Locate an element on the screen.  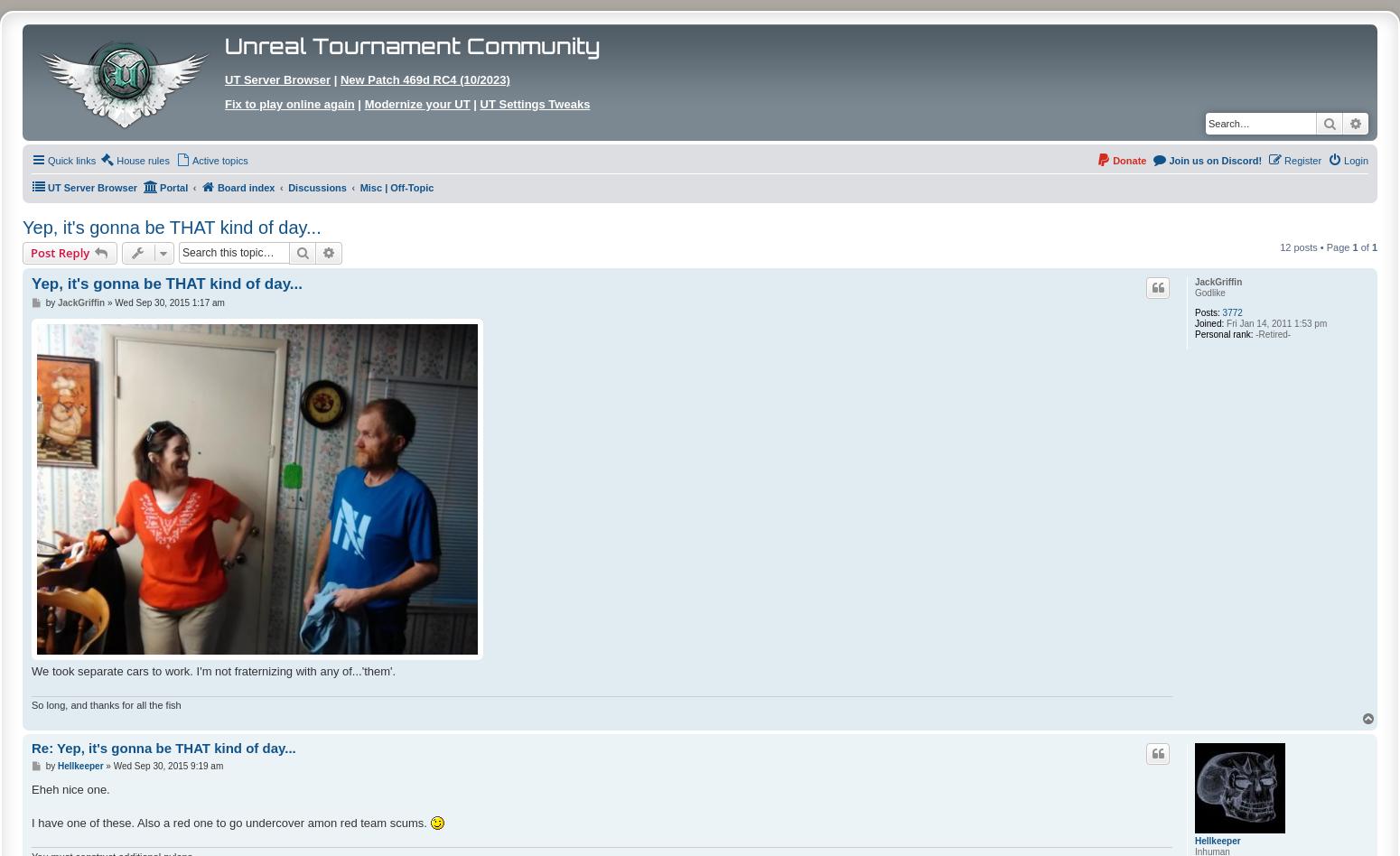
'Eheh nice one.' is located at coordinates (69, 788).